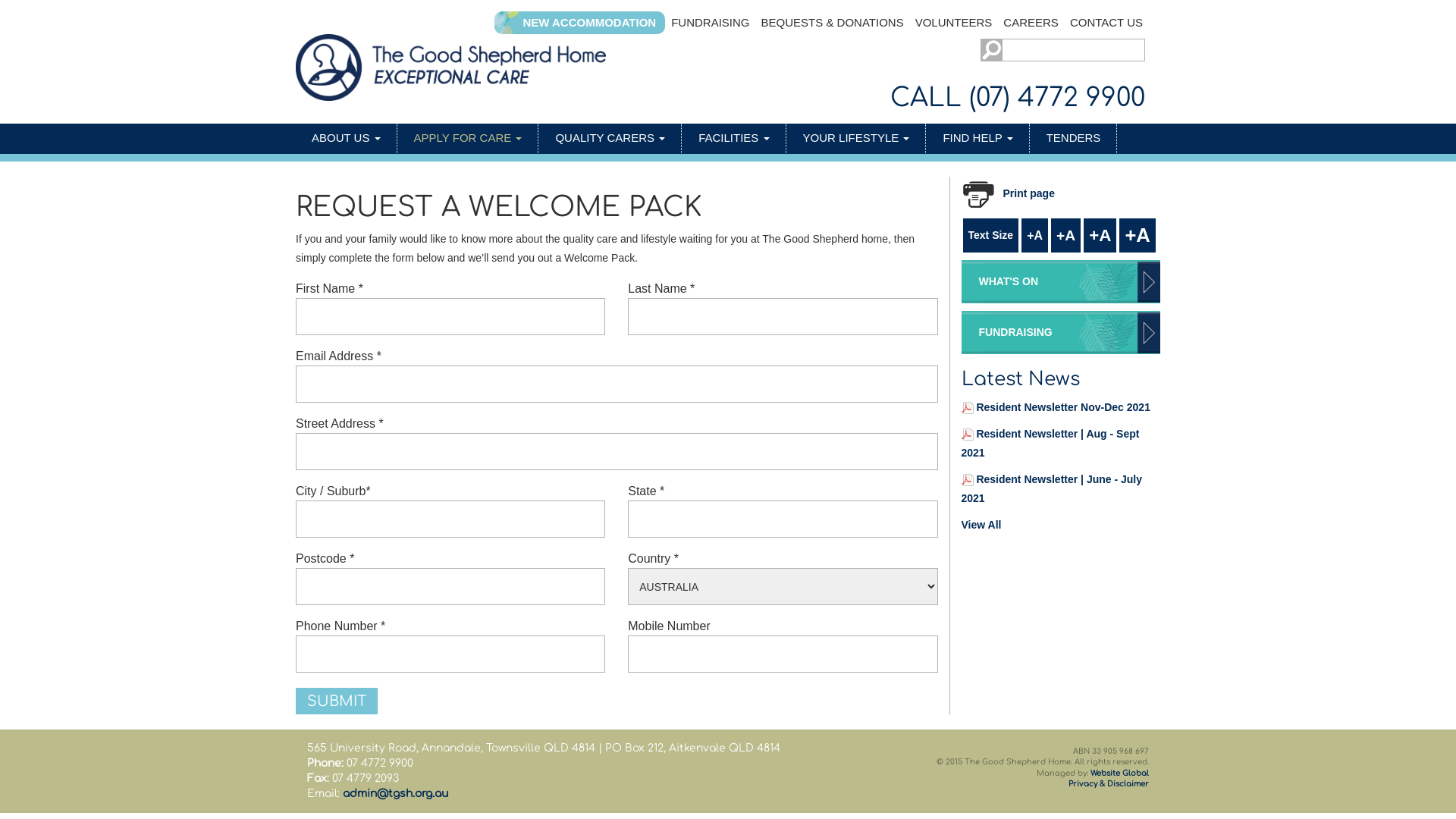 This screenshot has height=819, width=1456. I want to click on 'TENDERS', so click(1073, 138).